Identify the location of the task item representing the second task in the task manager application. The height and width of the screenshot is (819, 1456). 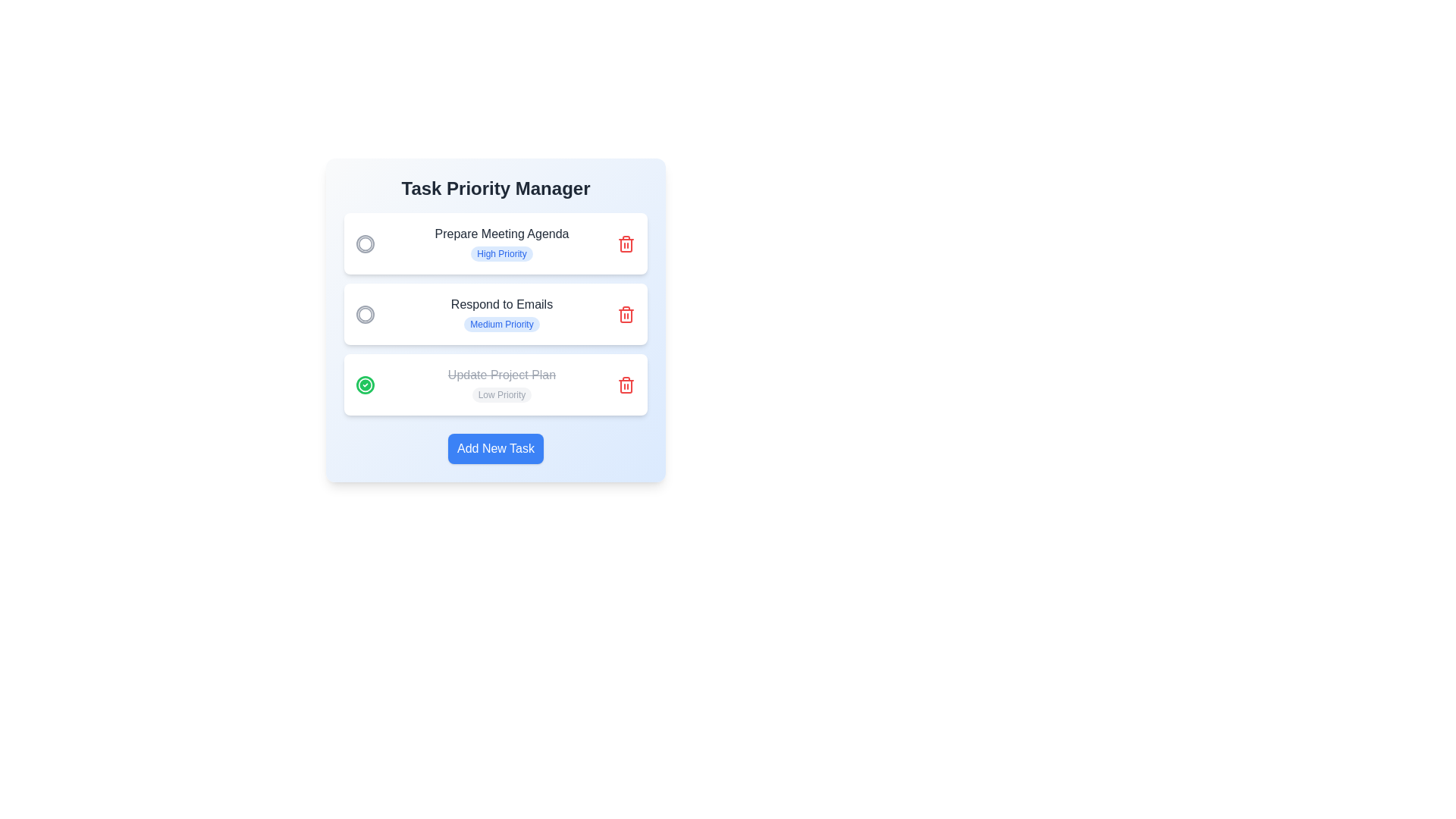
(502, 312).